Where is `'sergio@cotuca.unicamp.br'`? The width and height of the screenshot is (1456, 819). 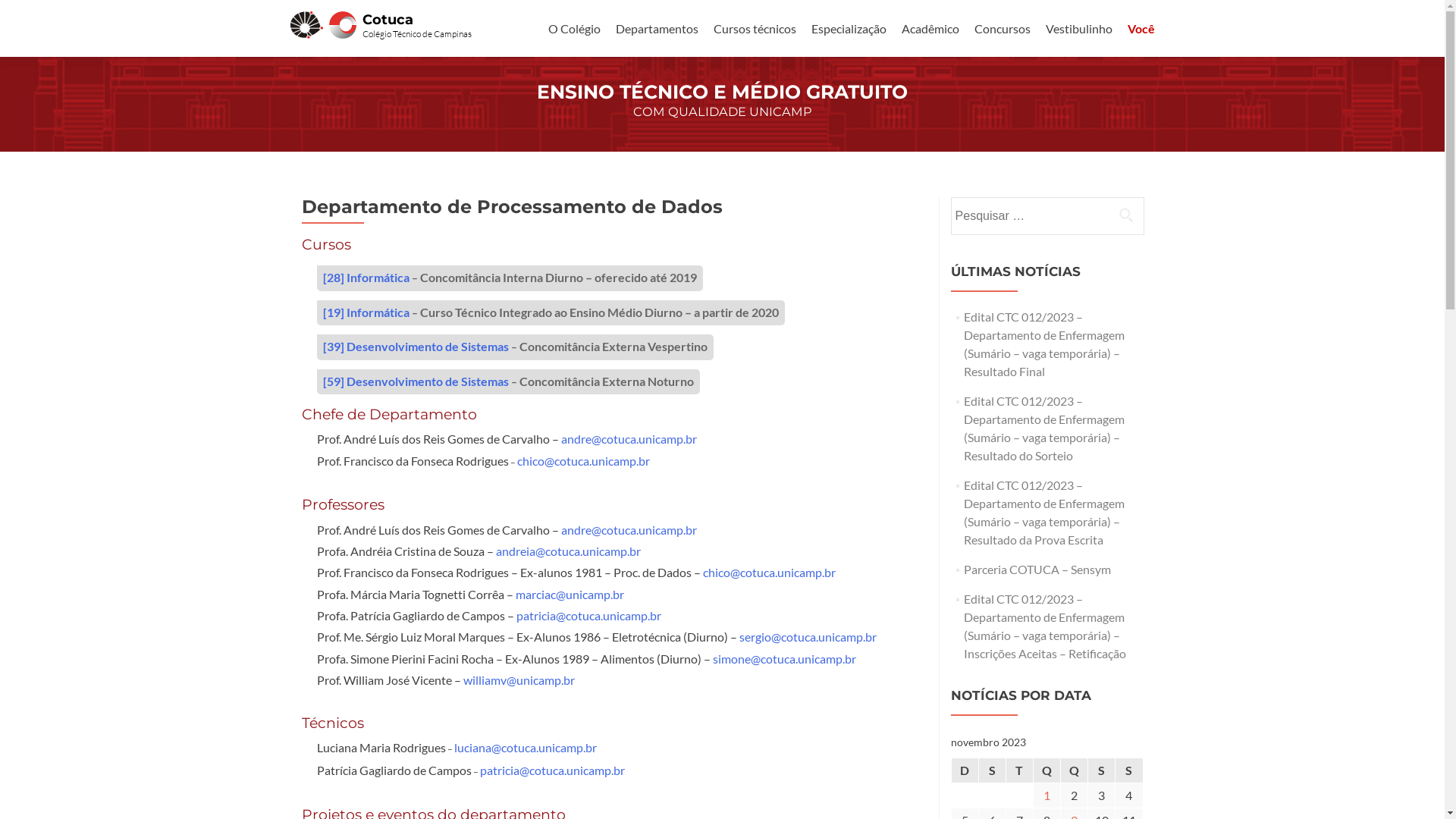
'sergio@cotuca.unicamp.br' is located at coordinates (806, 636).